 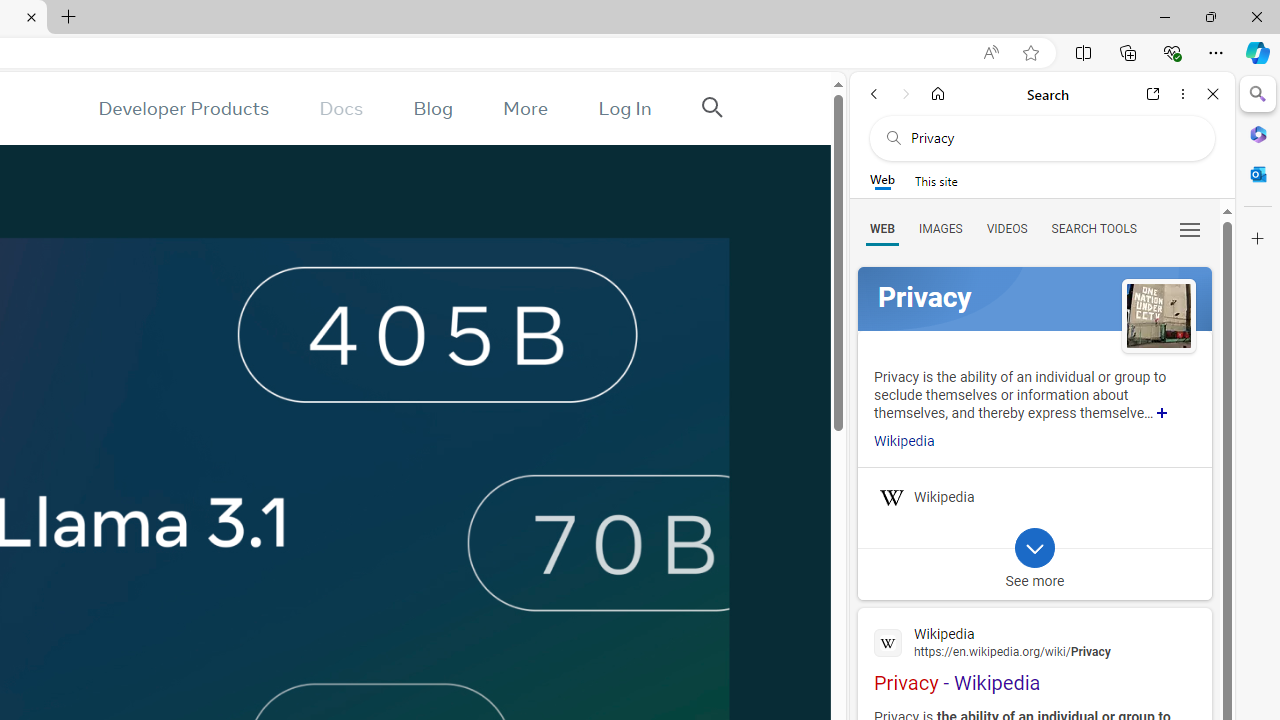 I want to click on 'Blog', so click(x=432, y=108).